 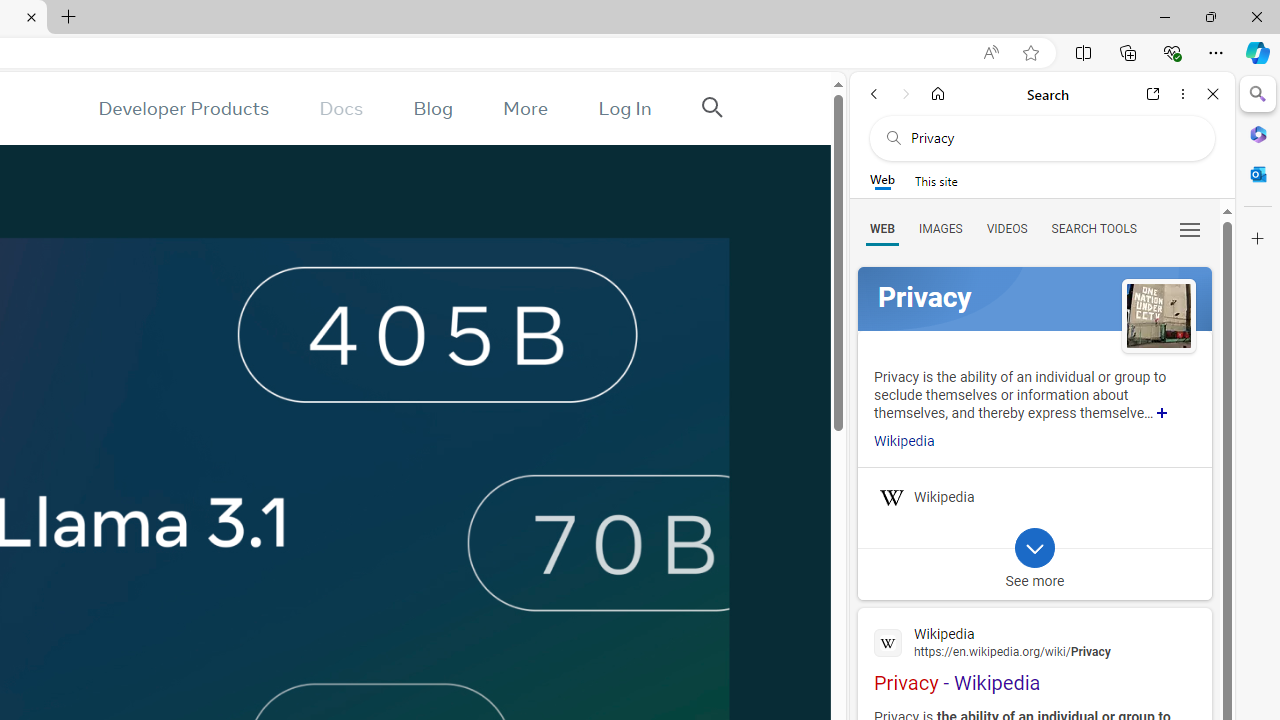 I want to click on 'Blog', so click(x=432, y=108).